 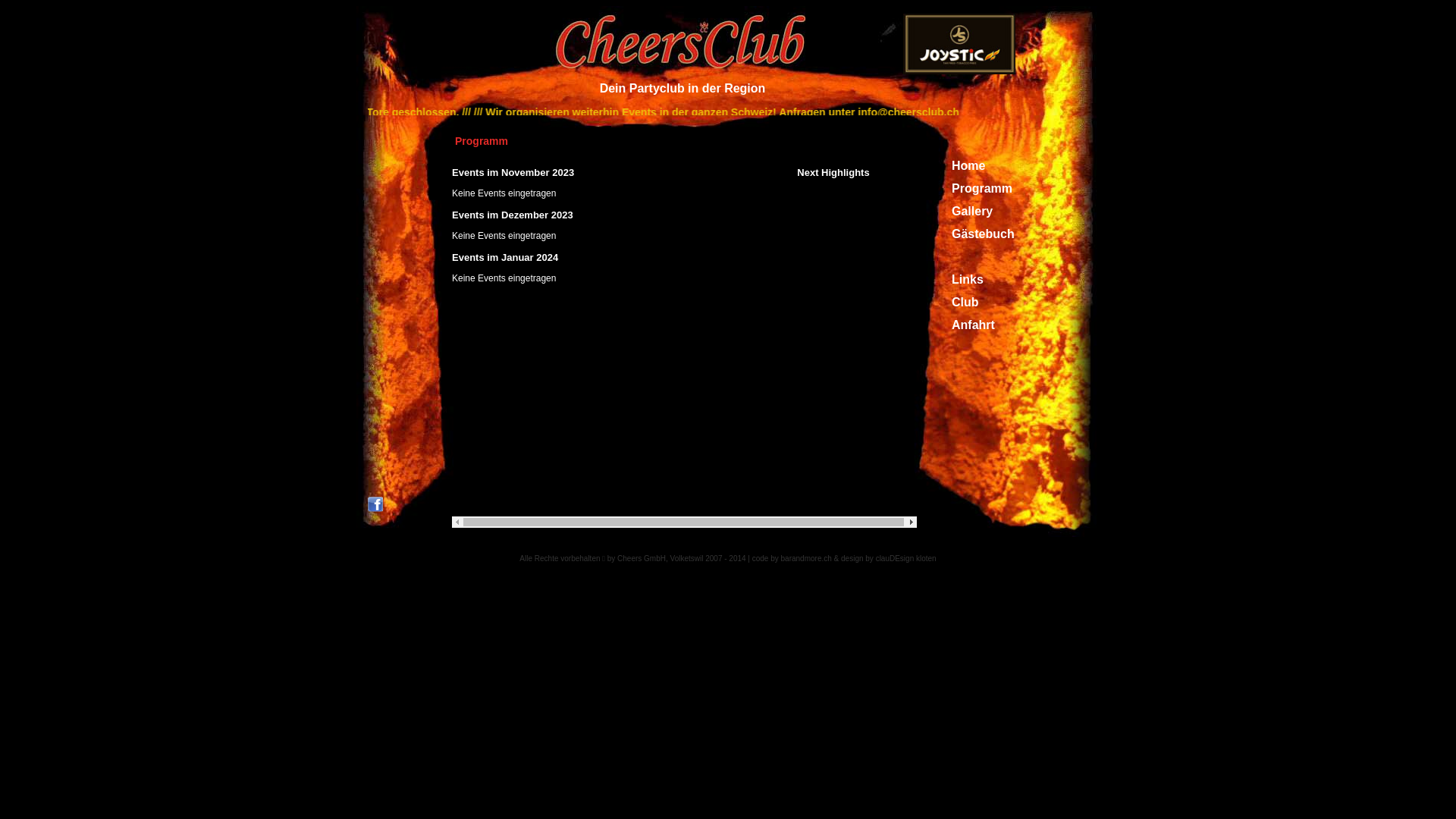 I want to click on 'Gallery', so click(x=971, y=211).